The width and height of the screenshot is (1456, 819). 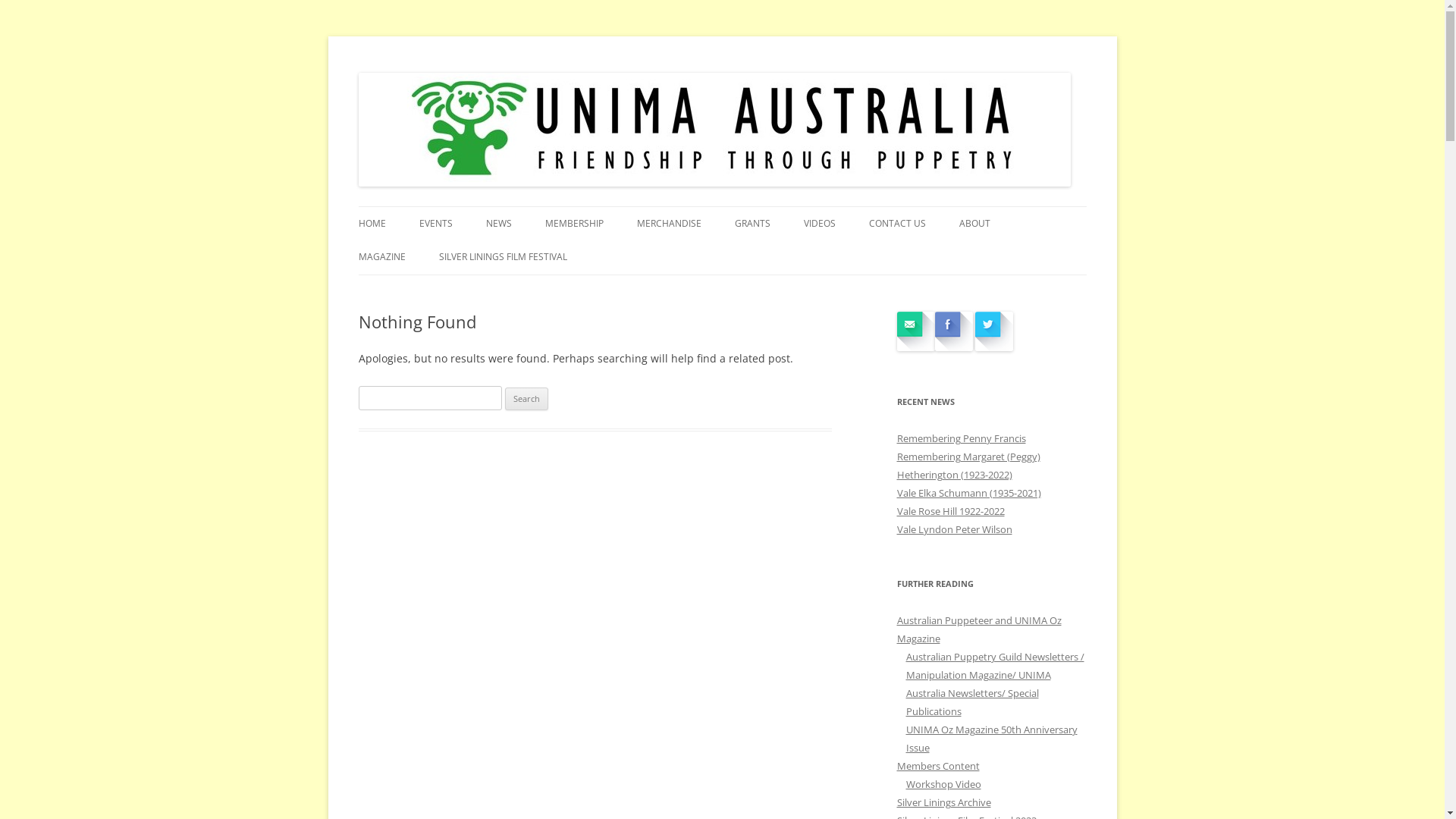 I want to click on 'UNIMA Oz Magazine 50th Anniversary Issue', so click(x=990, y=738).